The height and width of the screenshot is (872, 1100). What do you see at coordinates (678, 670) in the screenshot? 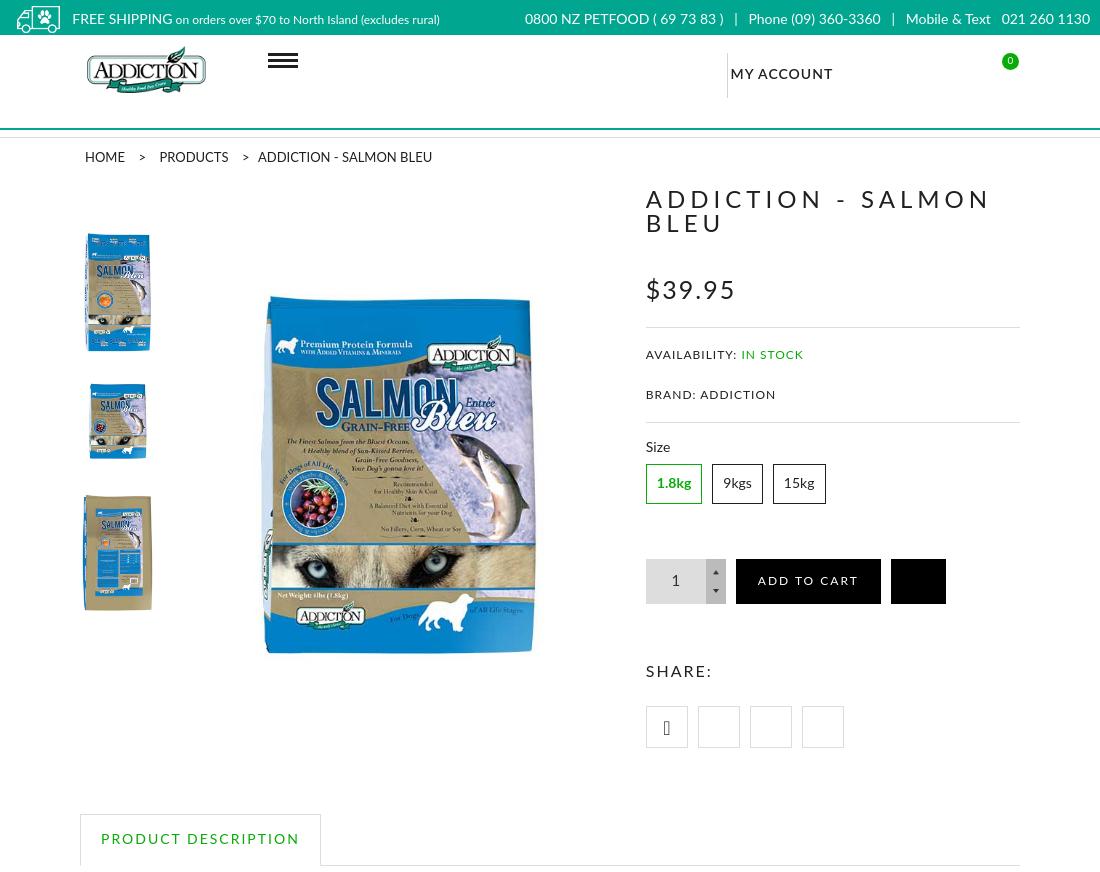
I see `'SHARE:'` at bounding box center [678, 670].